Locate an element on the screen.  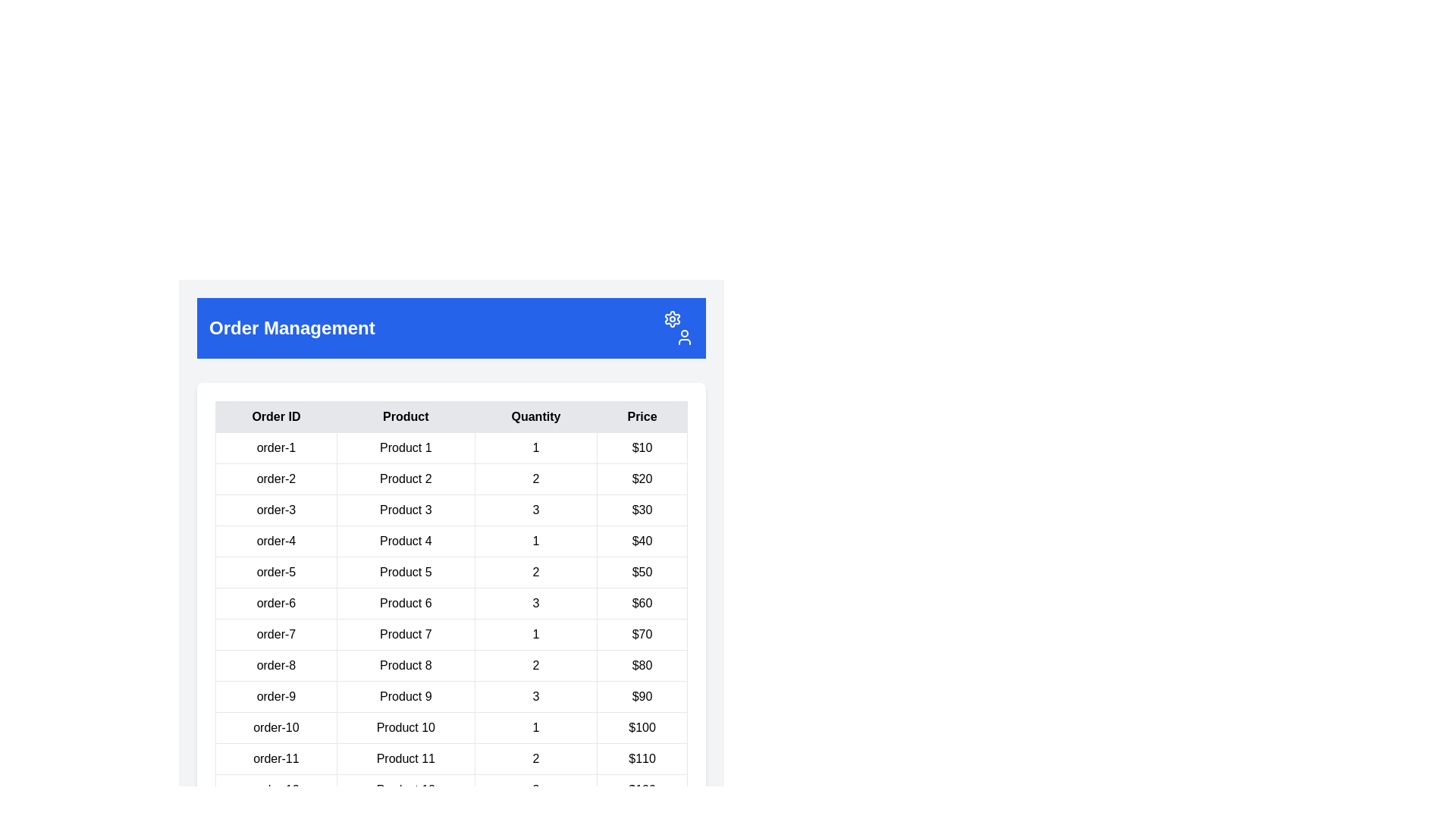
the Text Label displaying the name of a product associated with an order in the second column of the eleventh row of the Order Management table is located at coordinates (406, 759).